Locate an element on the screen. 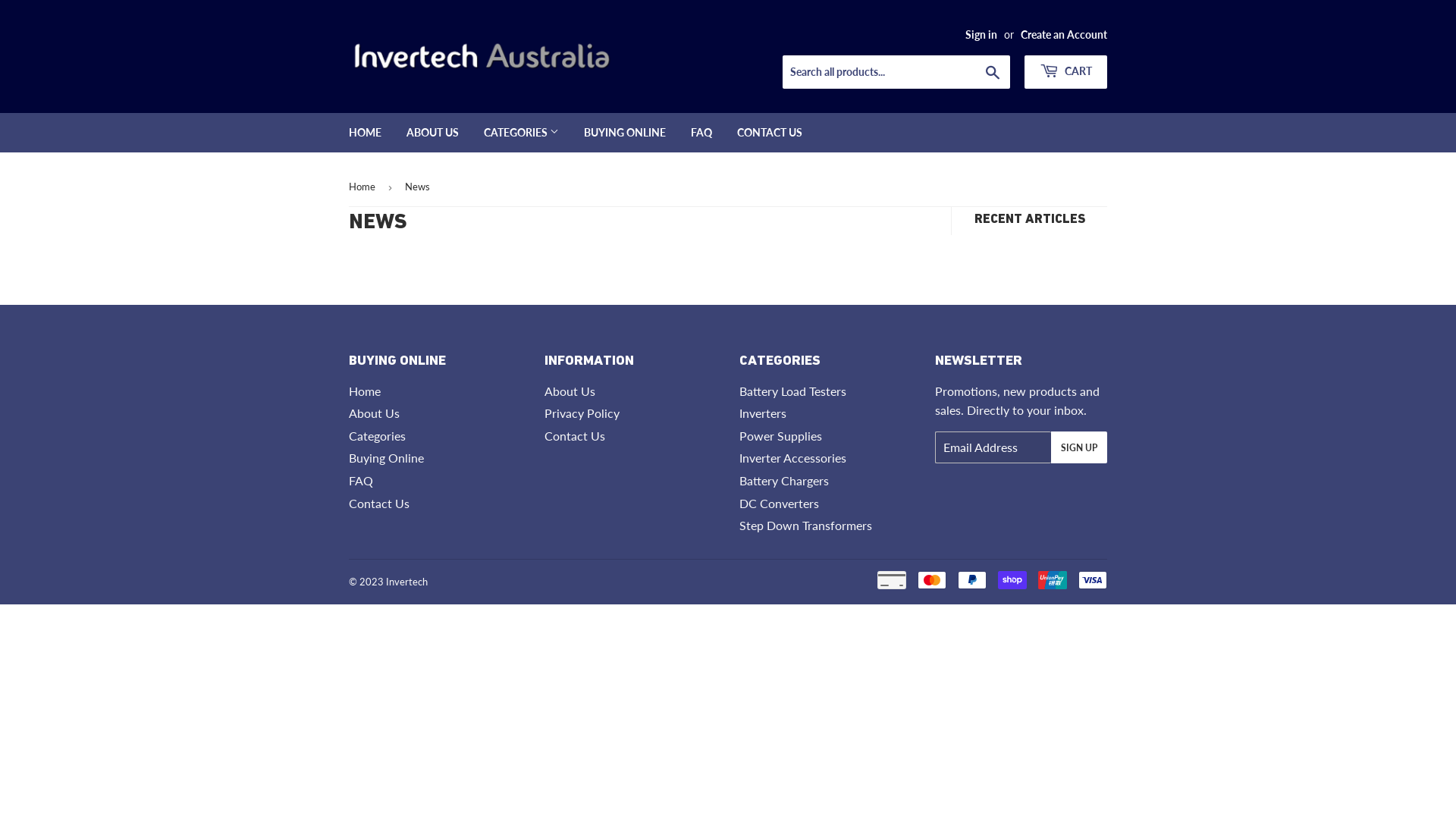 Image resolution: width=1456 pixels, height=819 pixels. 'BUYING ONLINE' is located at coordinates (625, 131).